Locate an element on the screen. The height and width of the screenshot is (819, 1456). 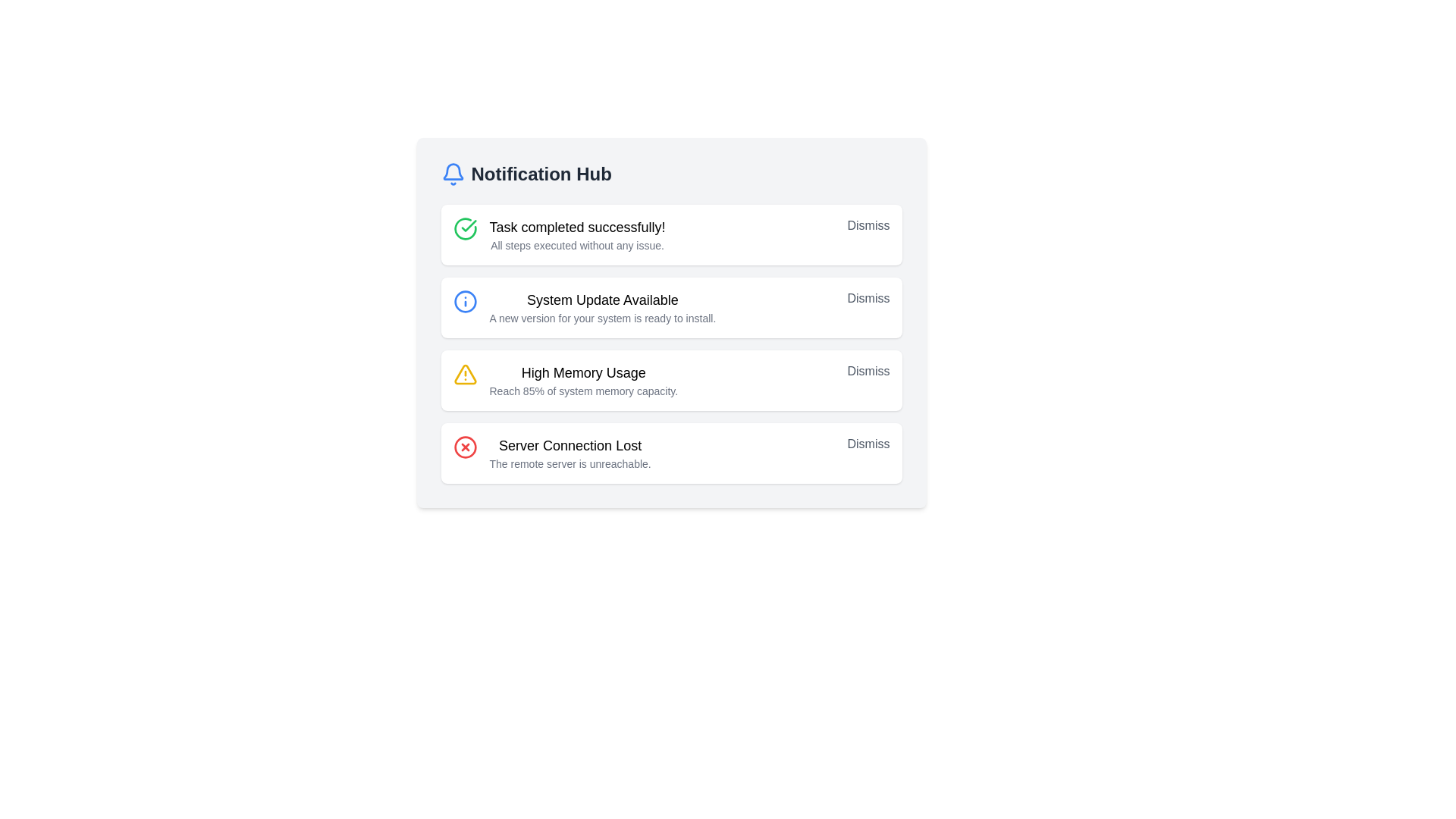
the dismiss button located at the top-right corner of the notification message 'Task completed successfully!' to change its color is located at coordinates (868, 225).